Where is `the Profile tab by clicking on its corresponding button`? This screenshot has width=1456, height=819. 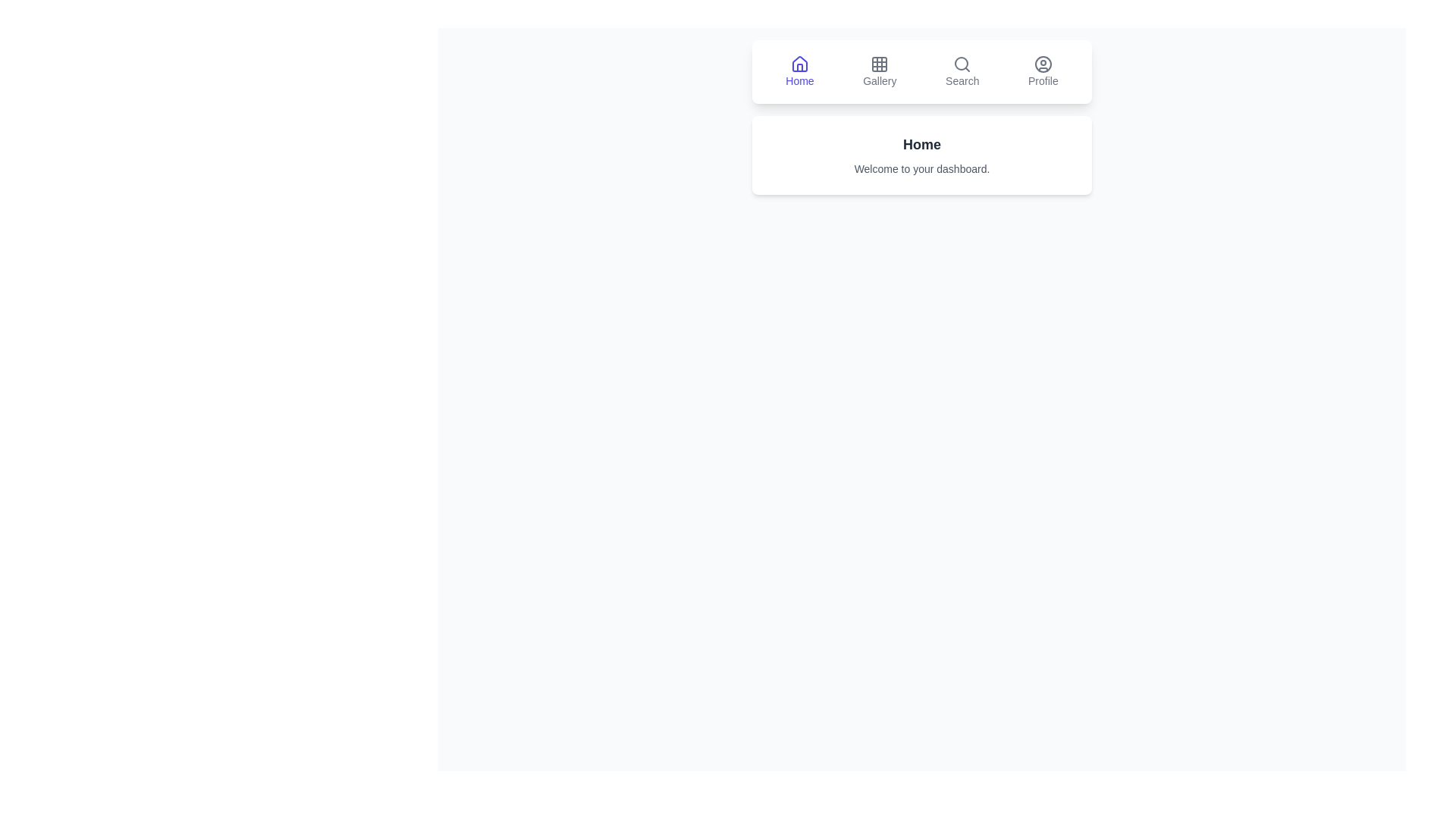 the Profile tab by clicking on its corresponding button is located at coordinates (1042, 72).